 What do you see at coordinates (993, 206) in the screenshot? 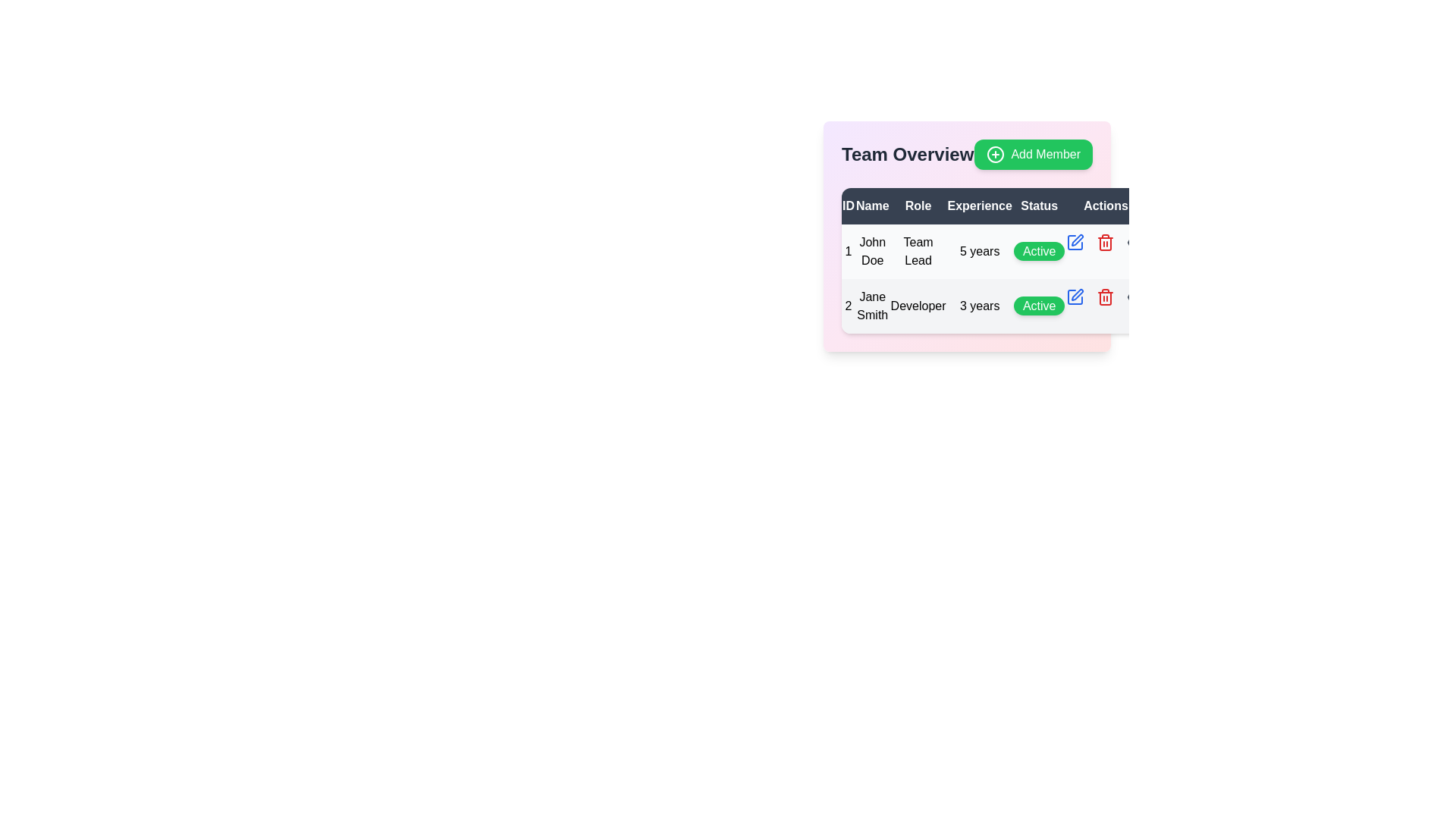
I see `the Table Header element located below the 'Team Overview' section title, which labels the columns of the table` at bounding box center [993, 206].